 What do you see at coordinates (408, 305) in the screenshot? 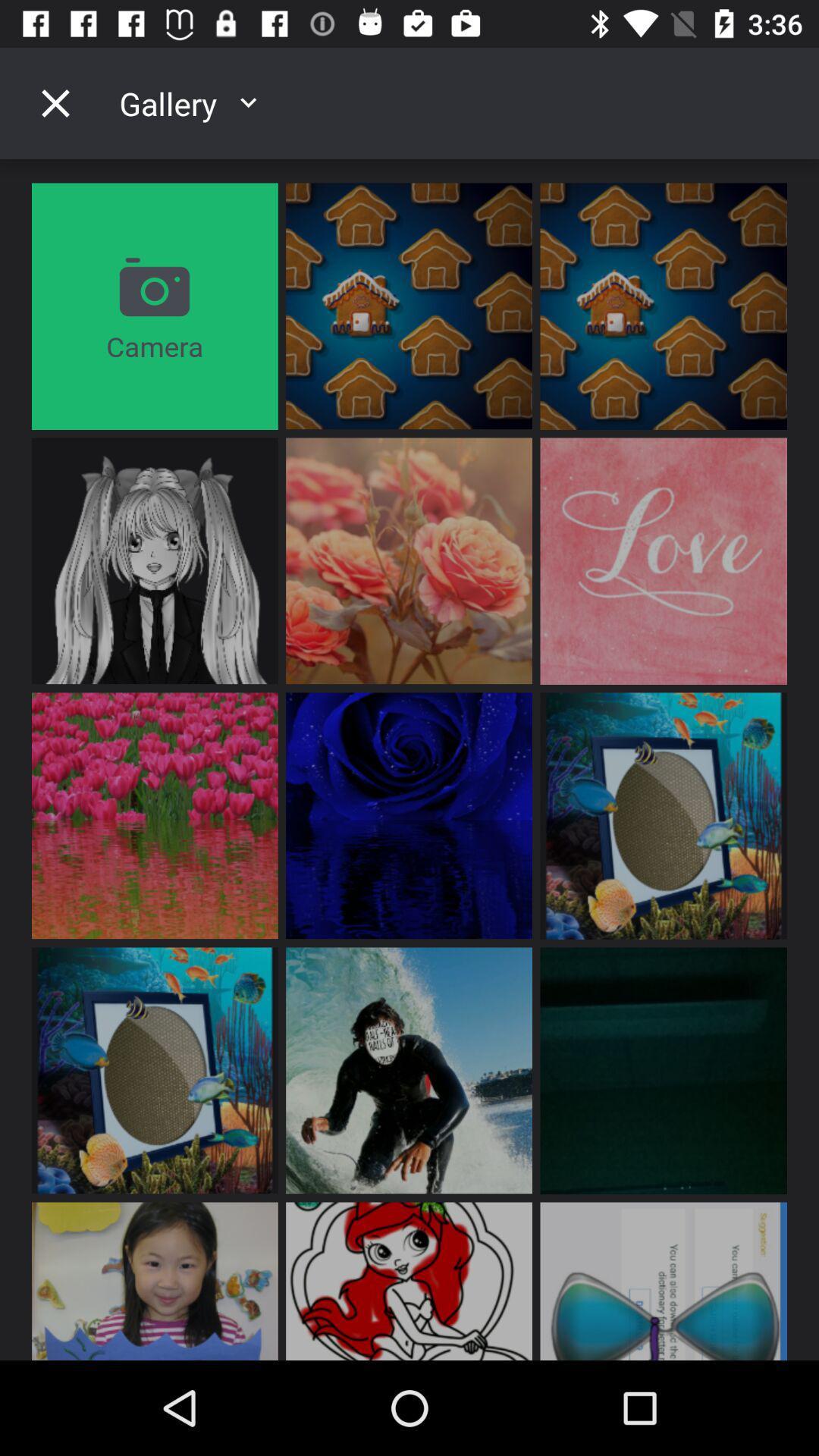
I see `the first image` at bounding box center [408, 305].